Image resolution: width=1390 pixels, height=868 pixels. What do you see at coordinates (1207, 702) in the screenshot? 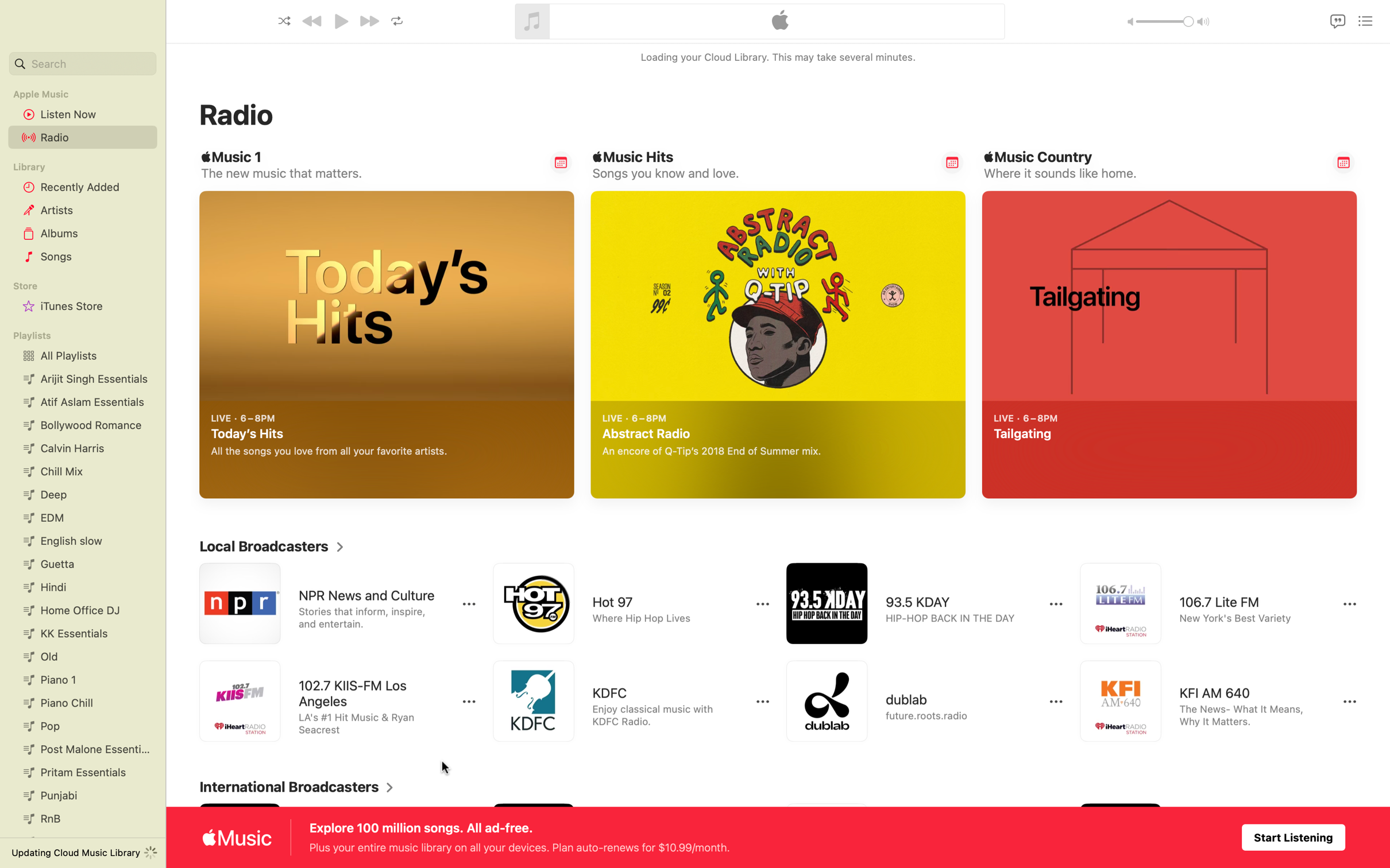
I see `Run the KFI AM streaming` at bounding box center [1207, 702].